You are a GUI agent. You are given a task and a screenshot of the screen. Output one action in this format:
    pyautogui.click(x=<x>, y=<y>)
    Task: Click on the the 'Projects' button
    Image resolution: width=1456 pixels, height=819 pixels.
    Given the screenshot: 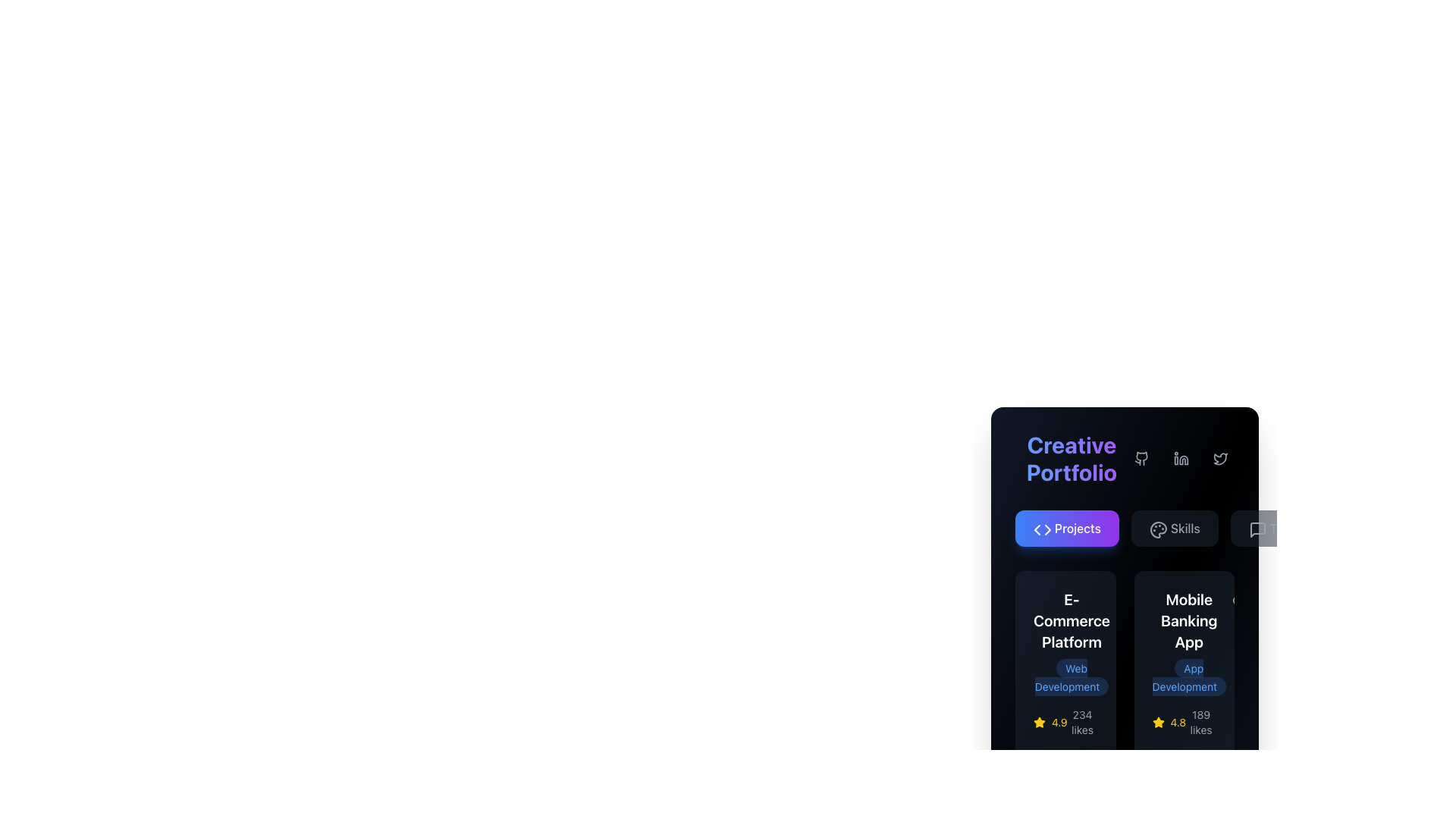 What is the action you would take?
    pyautogui.click(x=1066, y=528)
    